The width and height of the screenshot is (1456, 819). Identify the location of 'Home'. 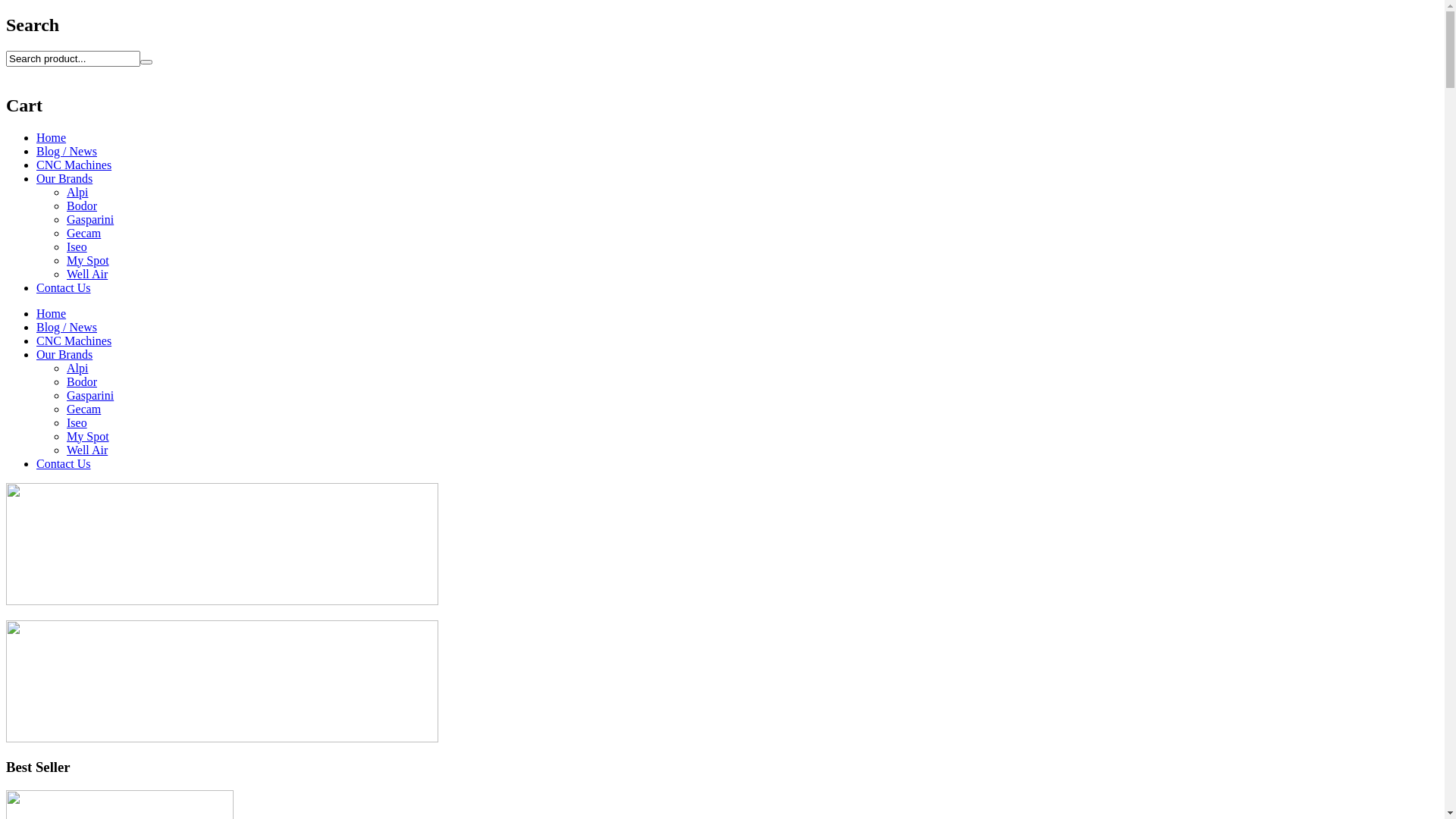
(51, 312).